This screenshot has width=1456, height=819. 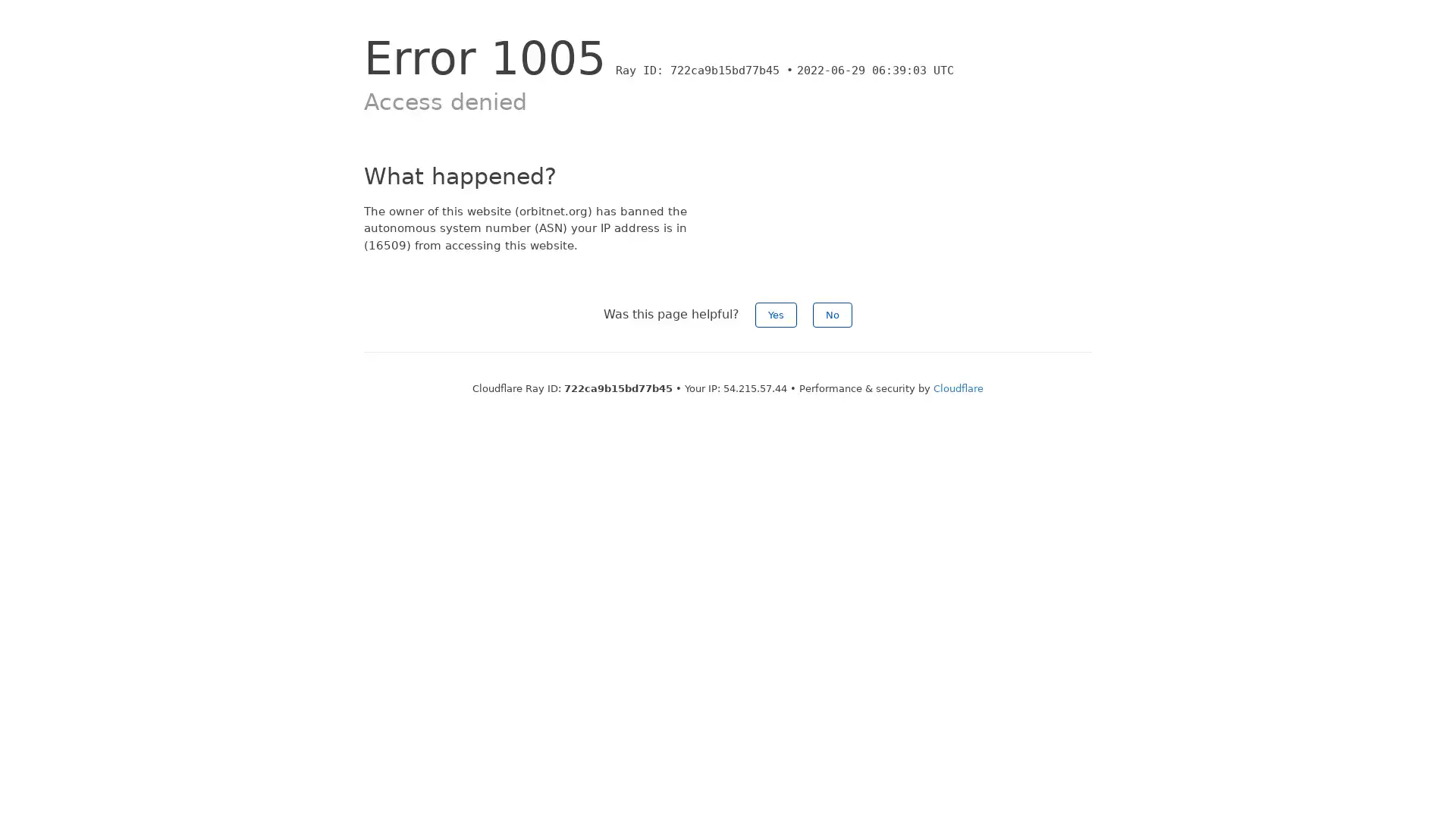 What do you see at coordinates (776, 314) in the screenshot?
I see `Yes` at bounding box center [776, 314].